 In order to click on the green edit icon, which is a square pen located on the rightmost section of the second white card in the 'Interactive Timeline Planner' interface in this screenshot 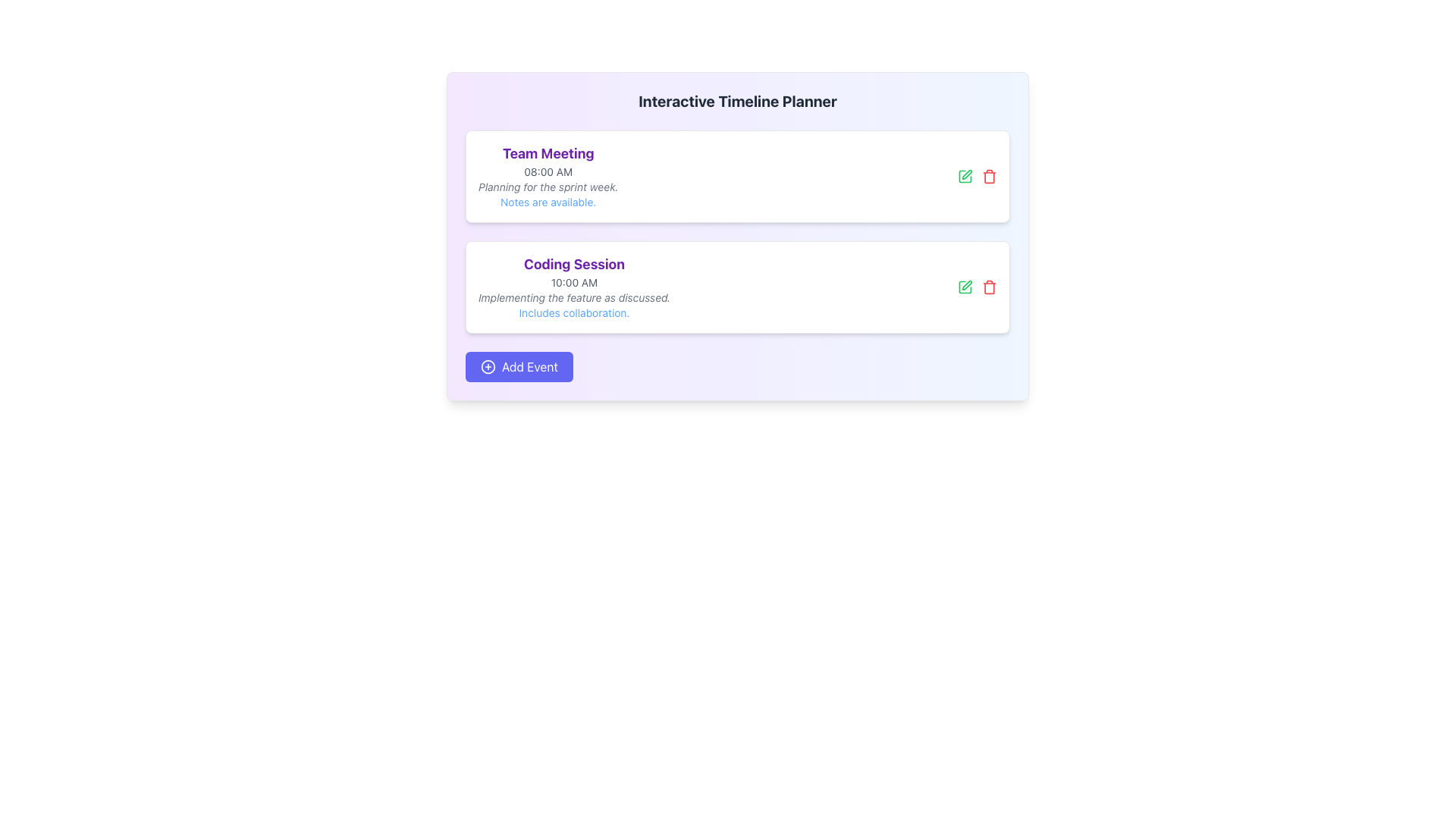, I will do `click(964, 175)`.